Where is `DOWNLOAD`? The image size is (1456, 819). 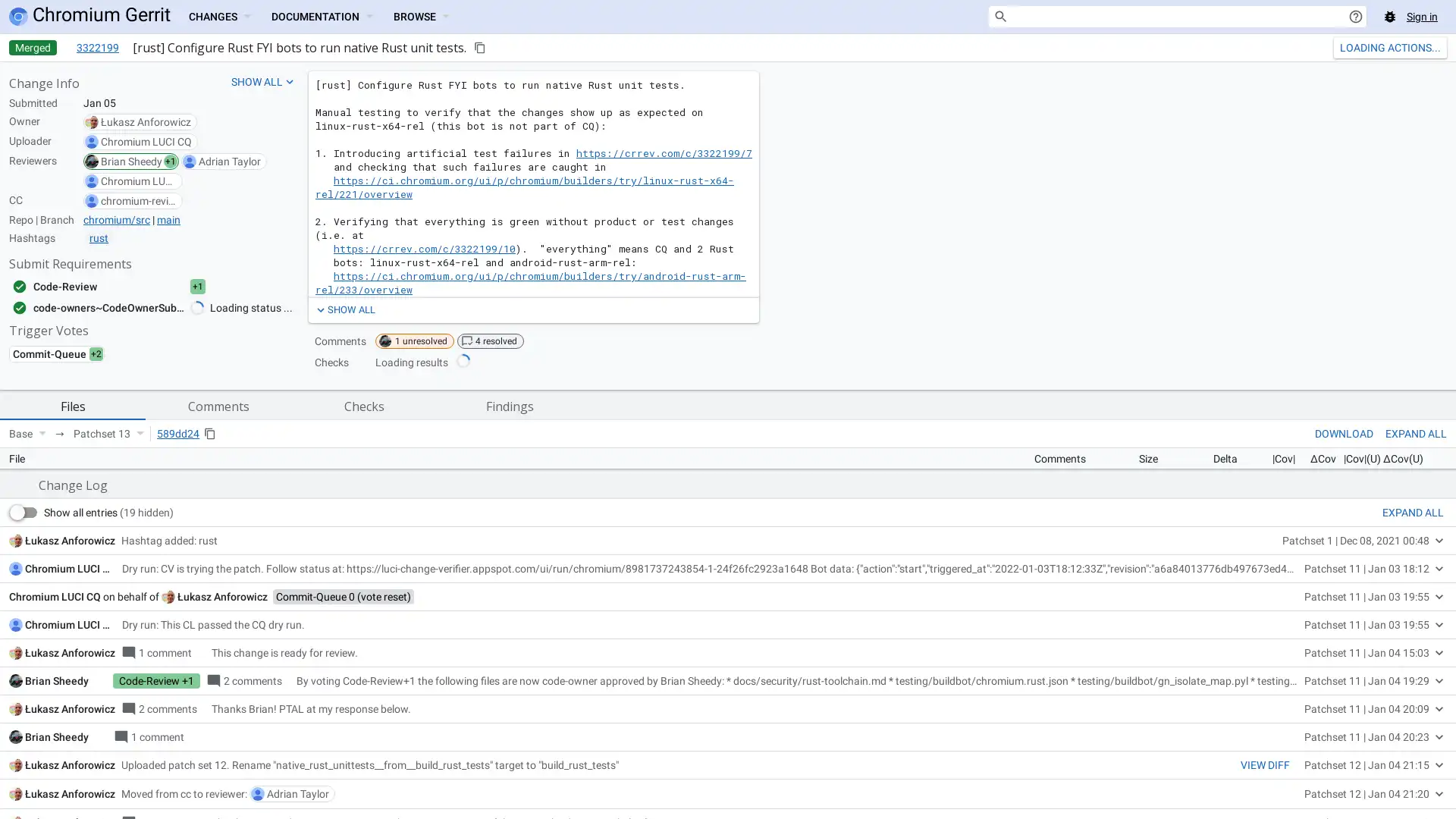 DOWNLOAD is located at coordinates (1344, 433).